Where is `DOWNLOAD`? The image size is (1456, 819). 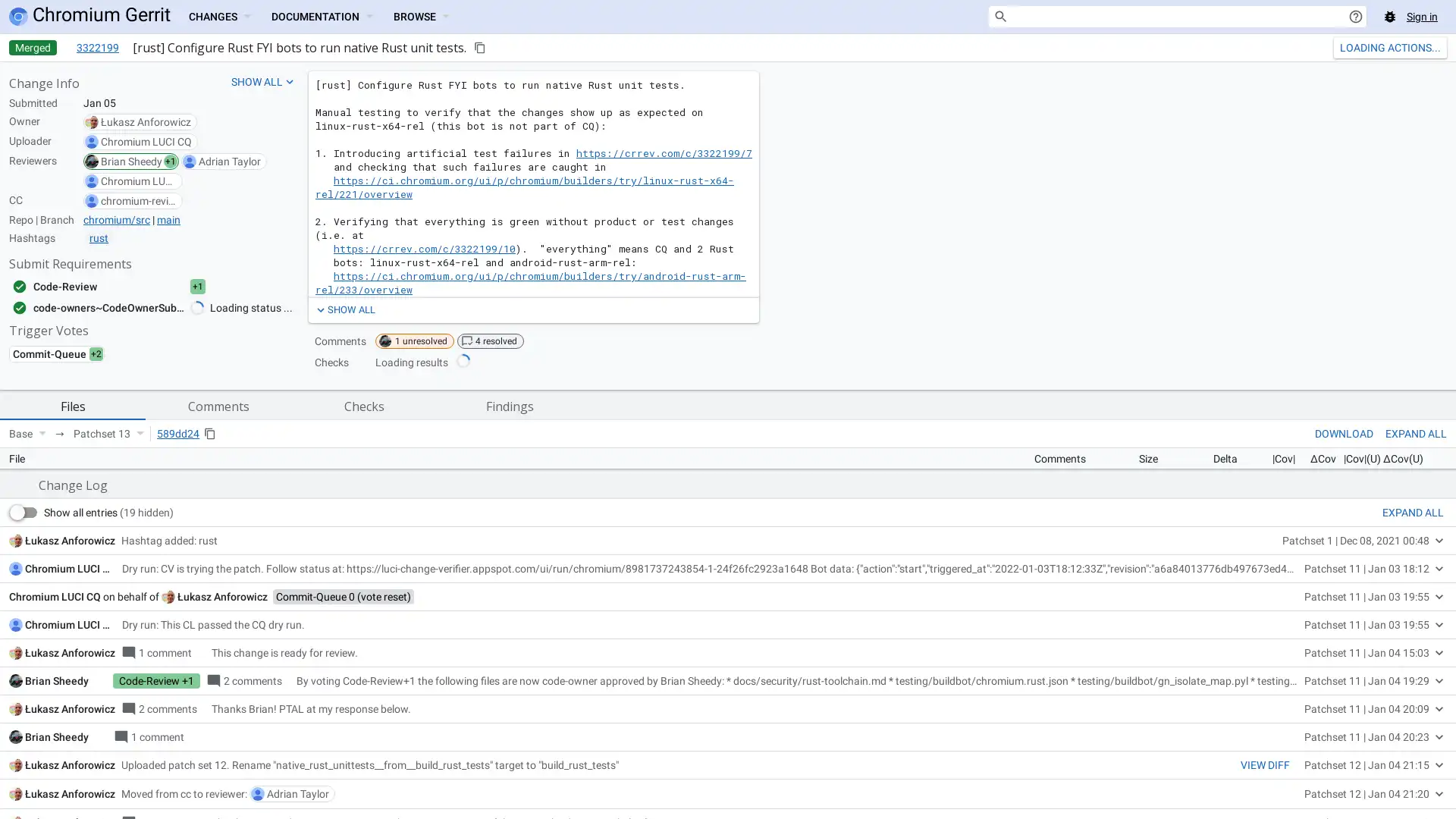 DOWNLOAD is located at coordinates (1344, 433).